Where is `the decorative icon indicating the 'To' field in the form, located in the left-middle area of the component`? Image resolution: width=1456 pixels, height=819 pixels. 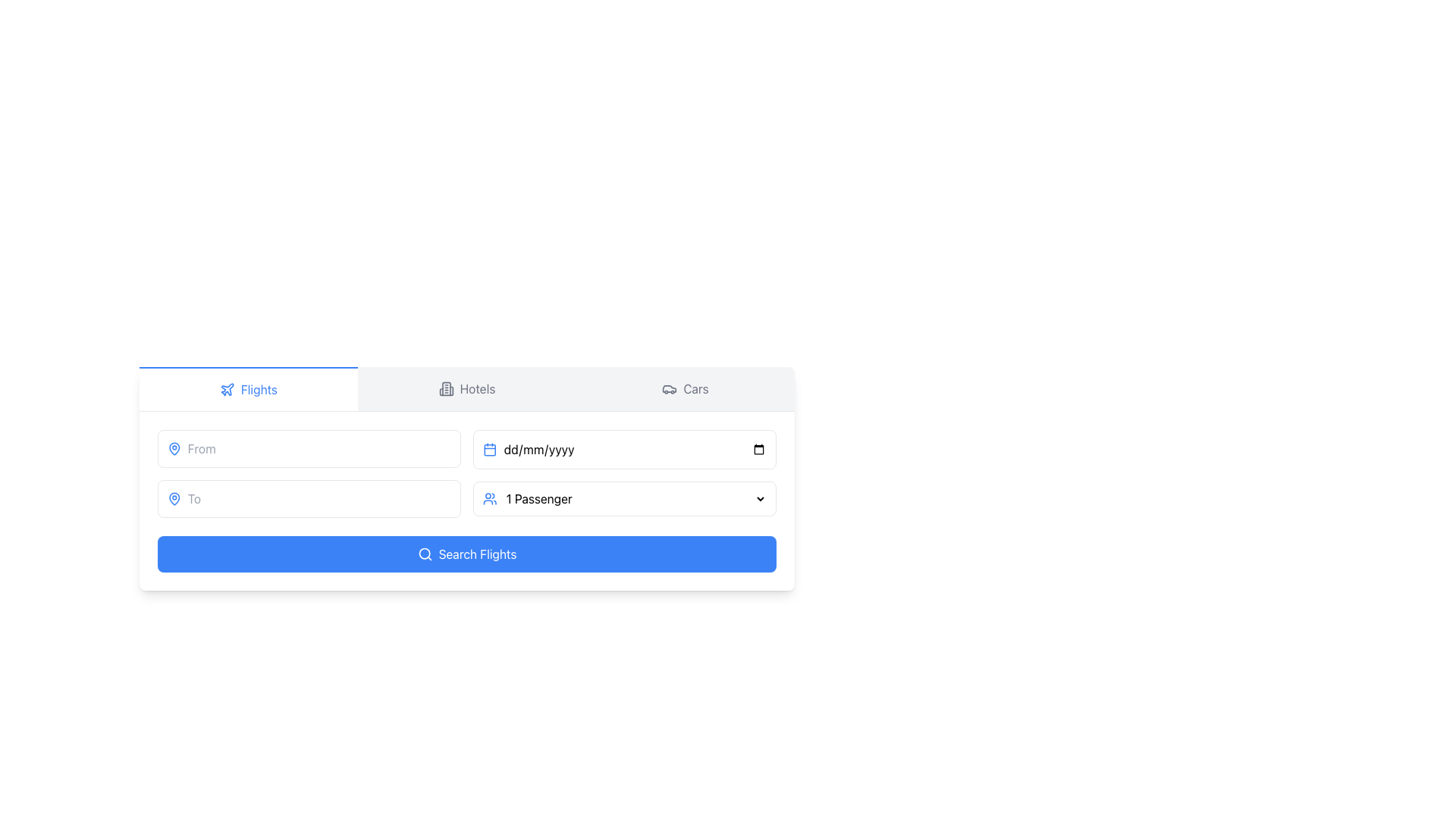
the decorative icon indicating the 'To' field in the form, located in the left-middle area of the component is located at coordinates (174, 499).